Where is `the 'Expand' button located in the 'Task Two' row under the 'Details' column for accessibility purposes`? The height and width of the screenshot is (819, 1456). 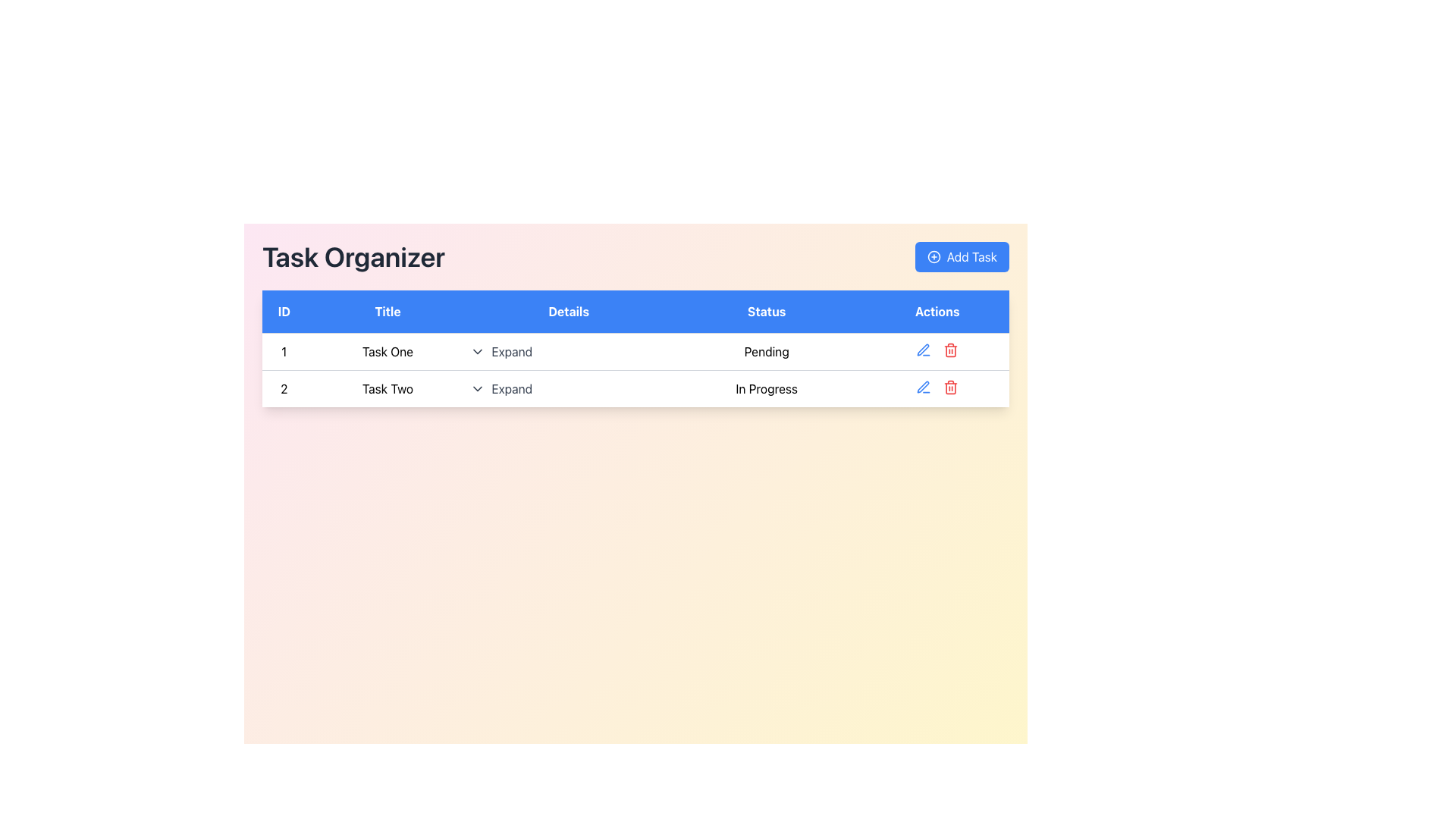
the 'Expand' button located in the 'Task Two' row under the 'Details' column for accessibility purposes is located at coordinates (568, 388).